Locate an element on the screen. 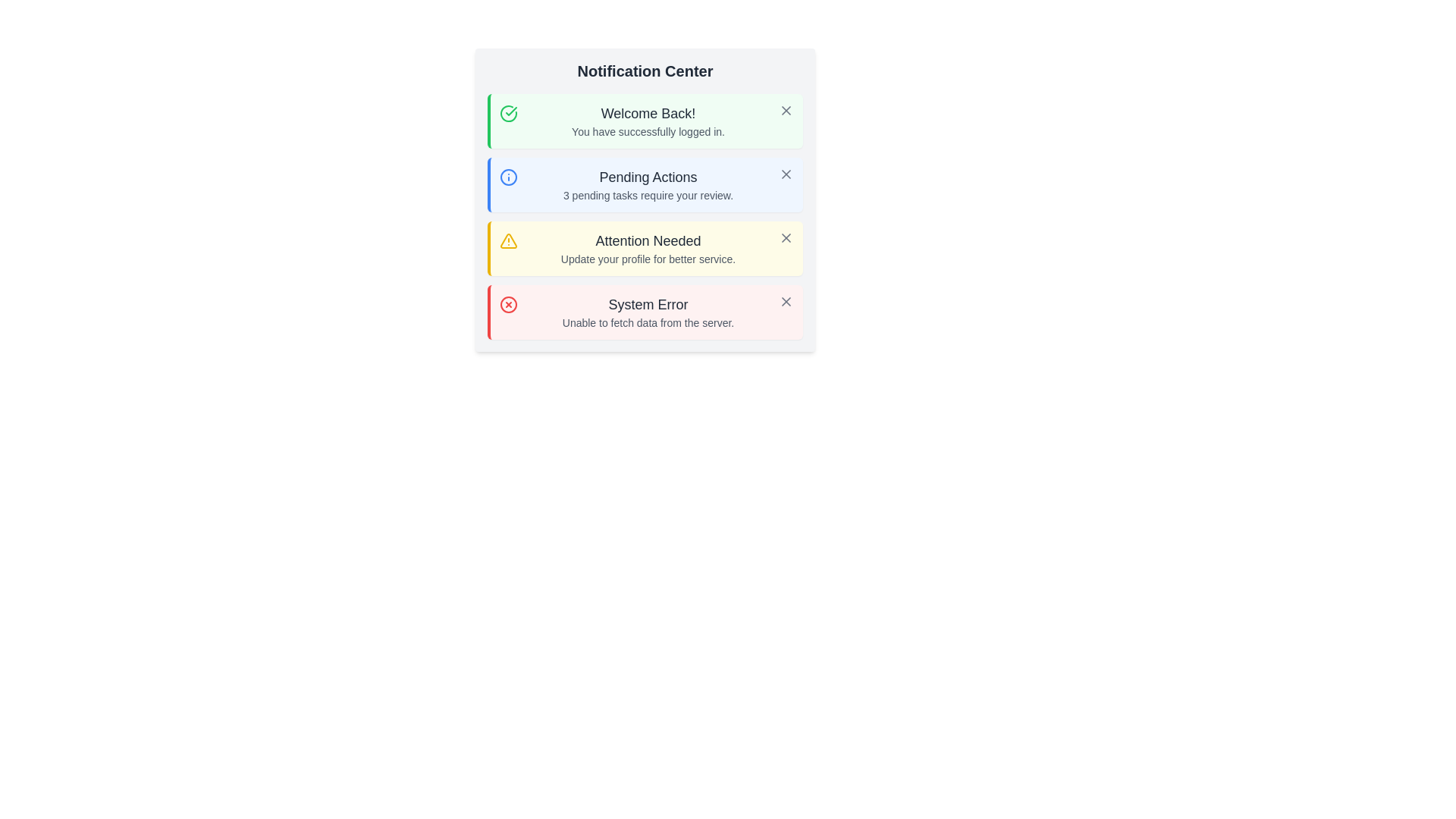 The height and width of the screenshot is (819, 1456). the checkmark icon within the first notification item in the Notification Center, which indicates the approval or confirmation status of the notification is located at coordinates (511, 110).